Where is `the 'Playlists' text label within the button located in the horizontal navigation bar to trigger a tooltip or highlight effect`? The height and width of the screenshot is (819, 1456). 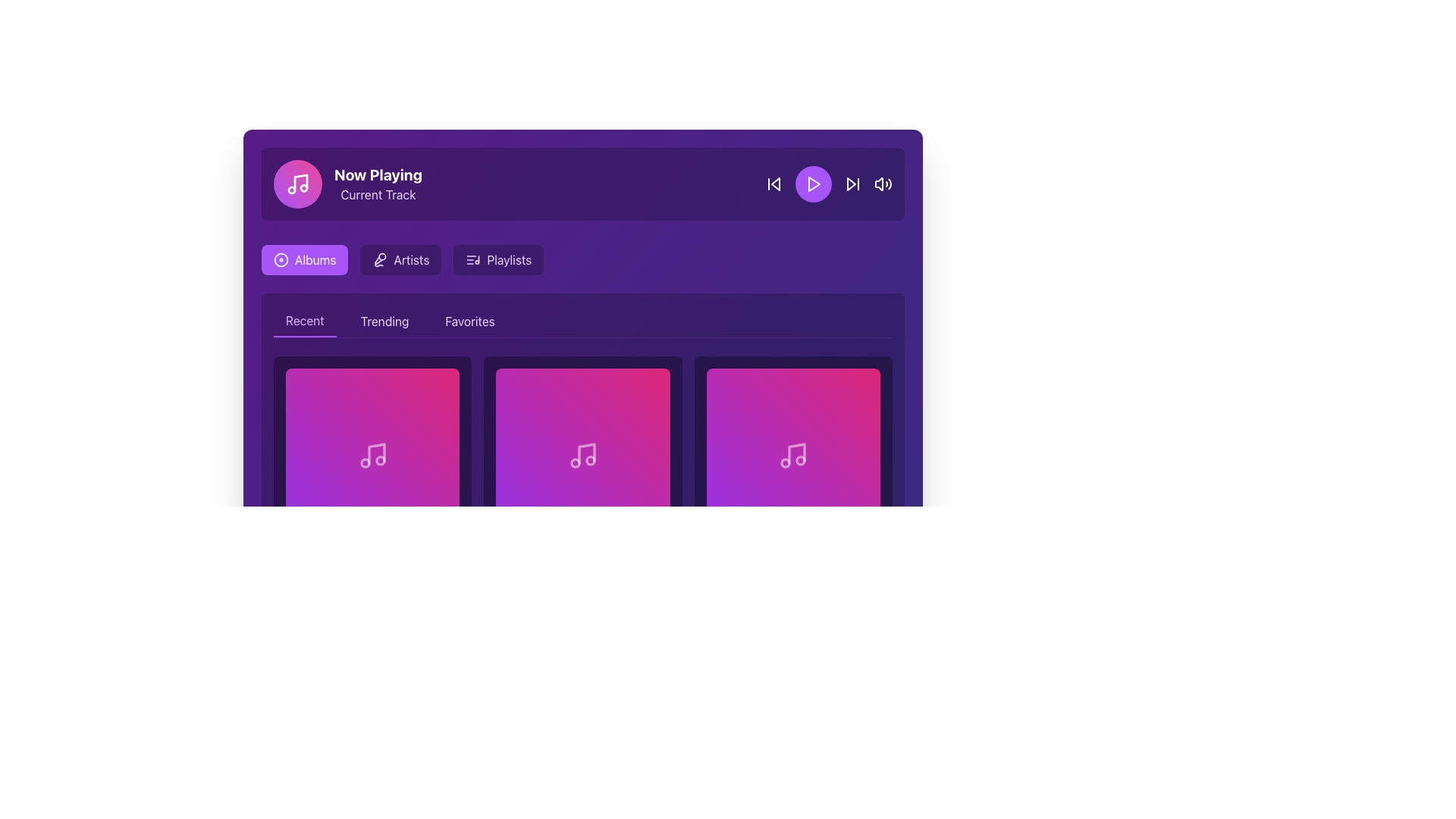
the 'Playlists' text label within the button located in the horizontal navigation bar to trigger a tooltip or highlight effect is located at coordinates (509, 259).